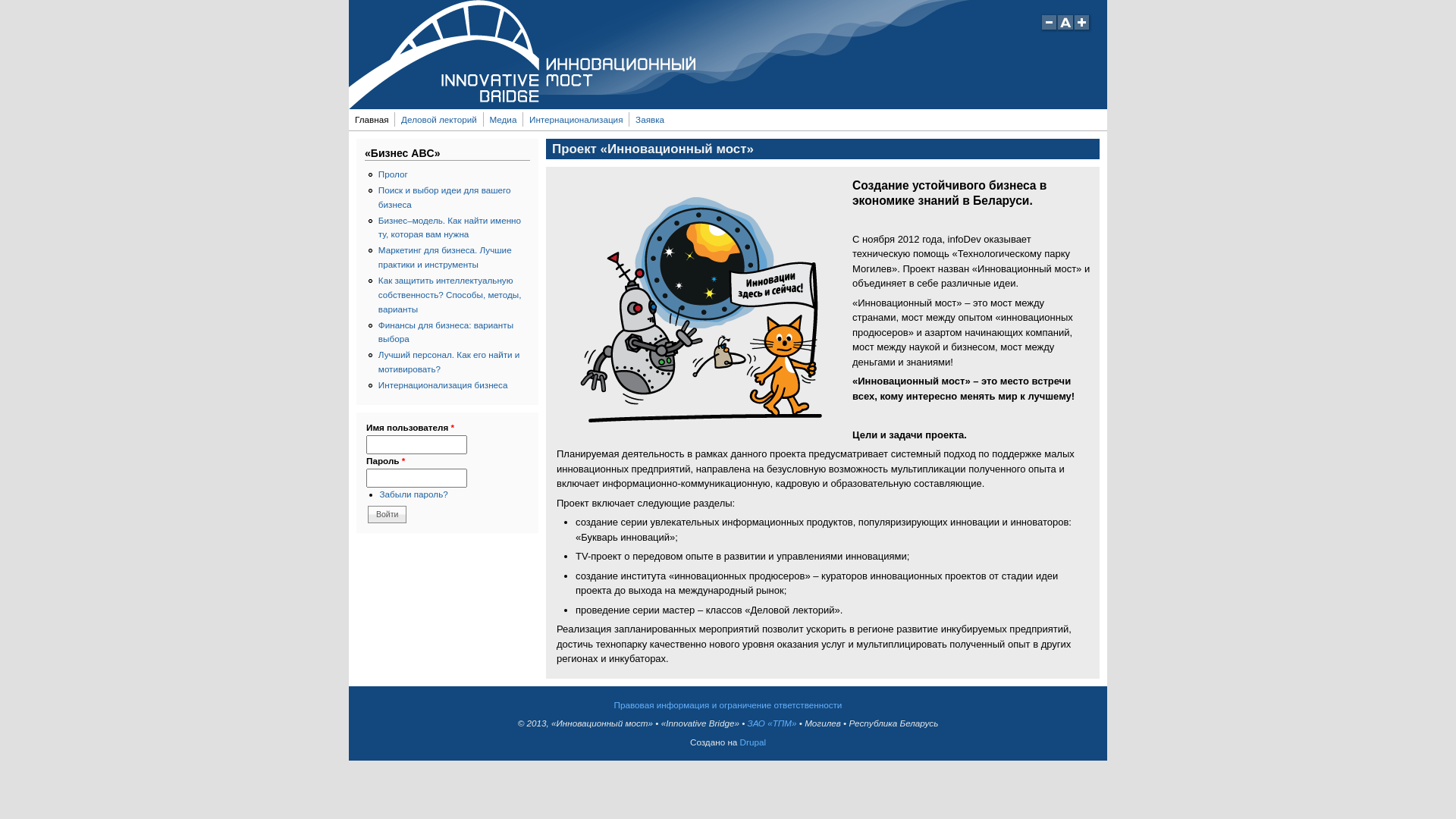  What do you see at coordinates (753, 741) in the screenshot?
I see `'Drupal'` at bounding box center [753, 741].